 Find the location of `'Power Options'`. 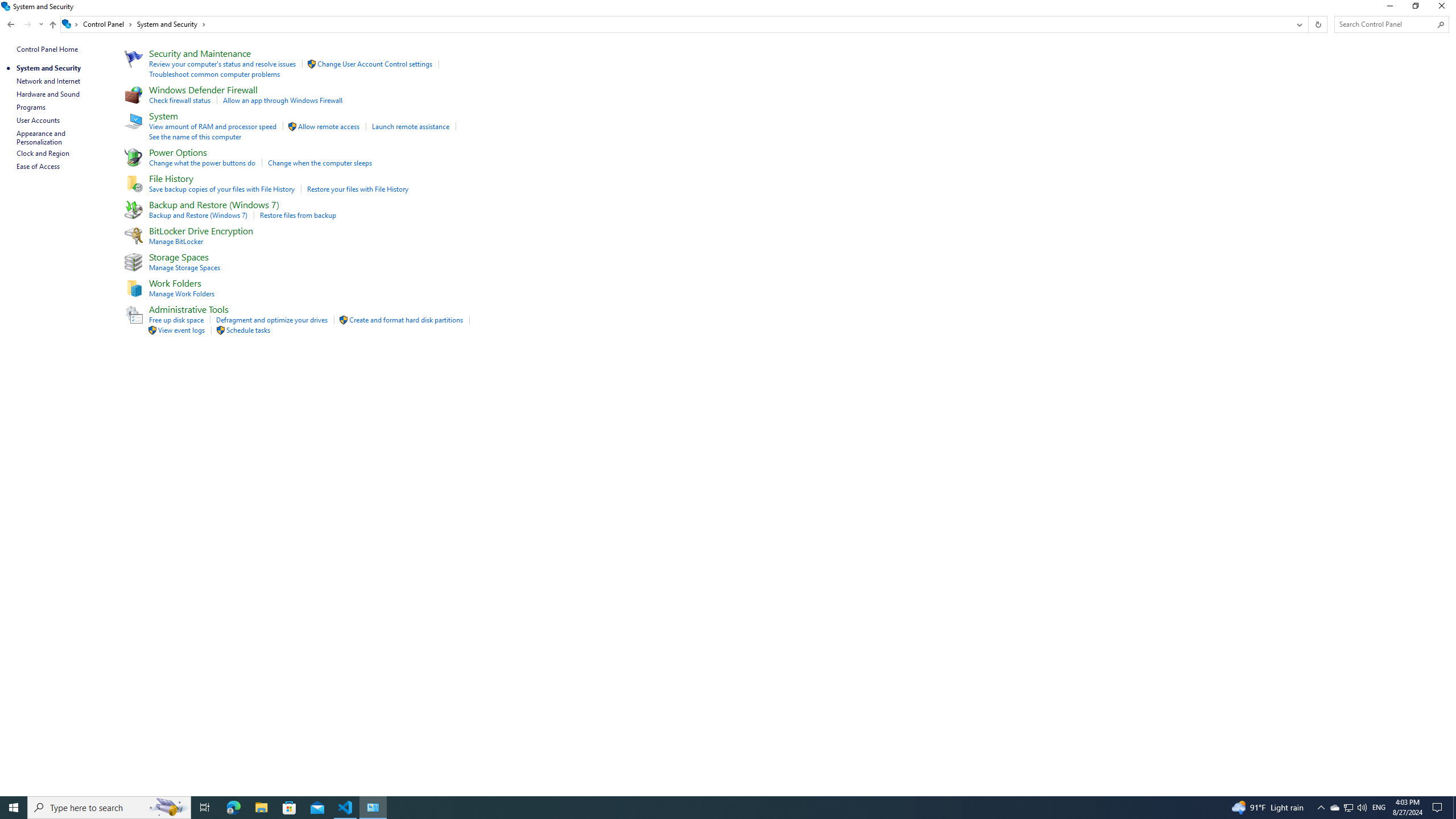

'Power Options' is located at coordinates (178, 152).